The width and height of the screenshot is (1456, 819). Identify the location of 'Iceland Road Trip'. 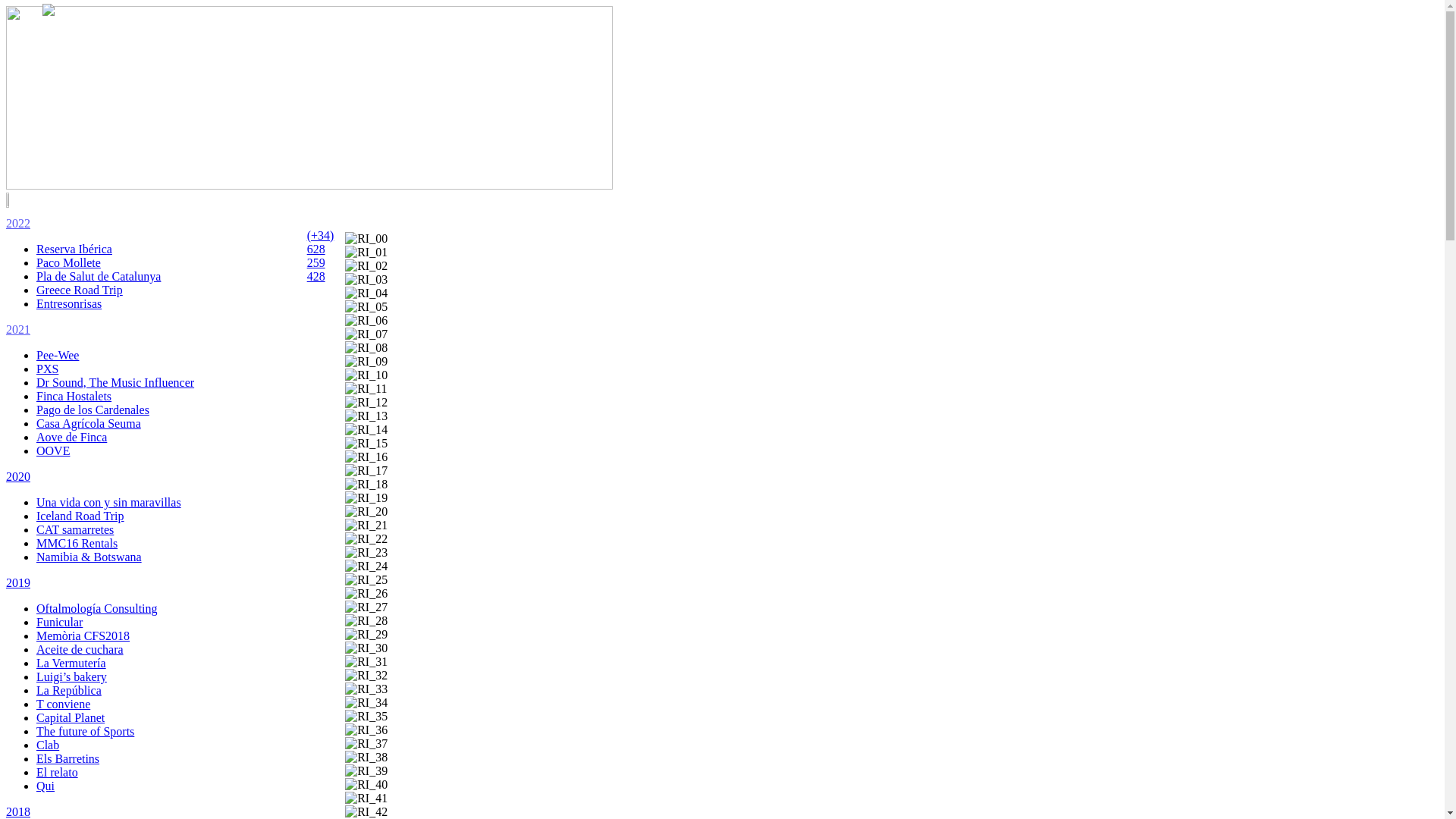
(79, 515).